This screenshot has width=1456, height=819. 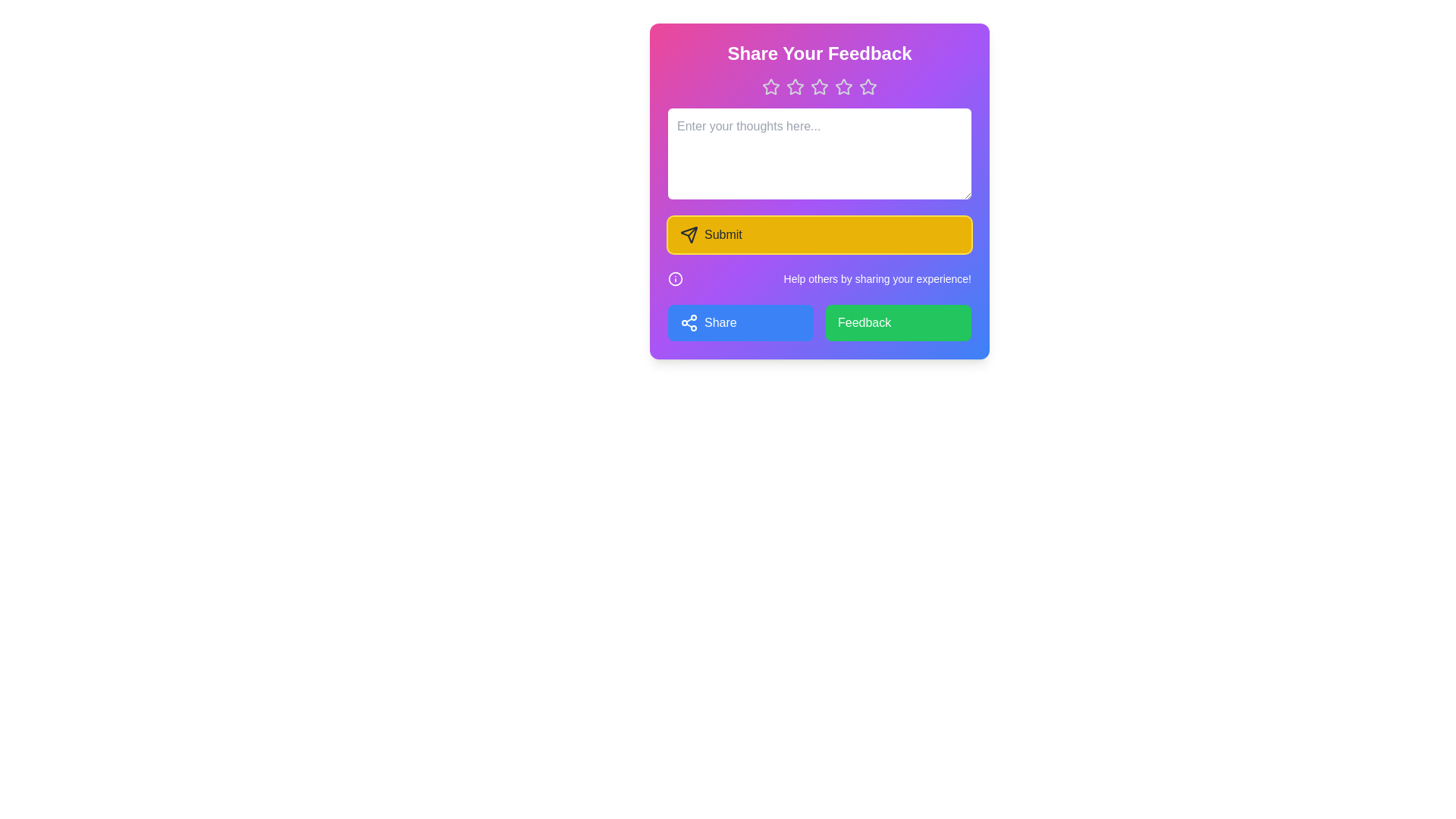 What do you see at coordinates (868, 87) in the screenshot?
I see `the fifth star-shaped icon in the rating system` at bounding box center [868, 87].